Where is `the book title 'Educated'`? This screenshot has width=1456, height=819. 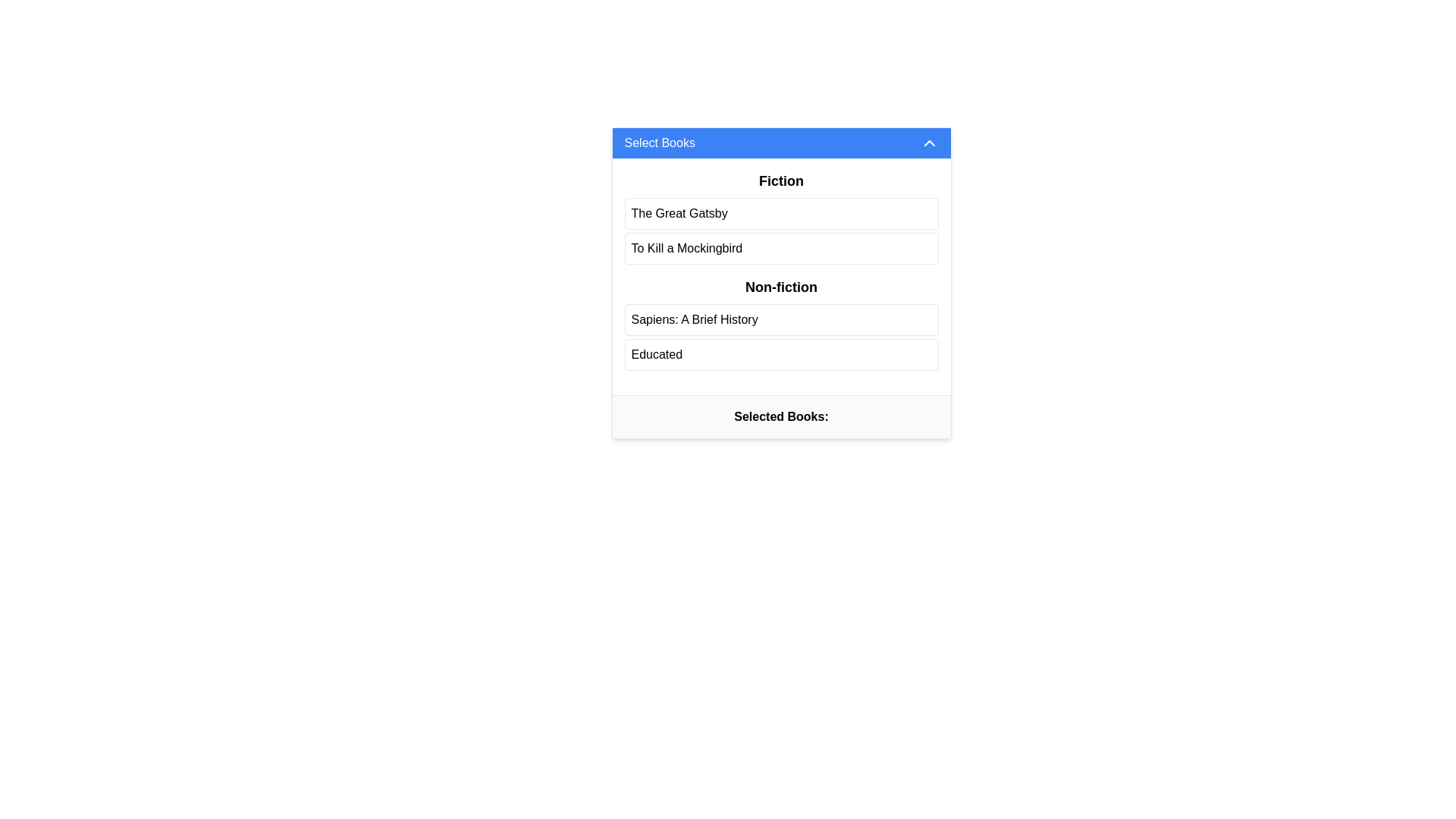
the book title 'Educated' is located at coordinates (657, 354).